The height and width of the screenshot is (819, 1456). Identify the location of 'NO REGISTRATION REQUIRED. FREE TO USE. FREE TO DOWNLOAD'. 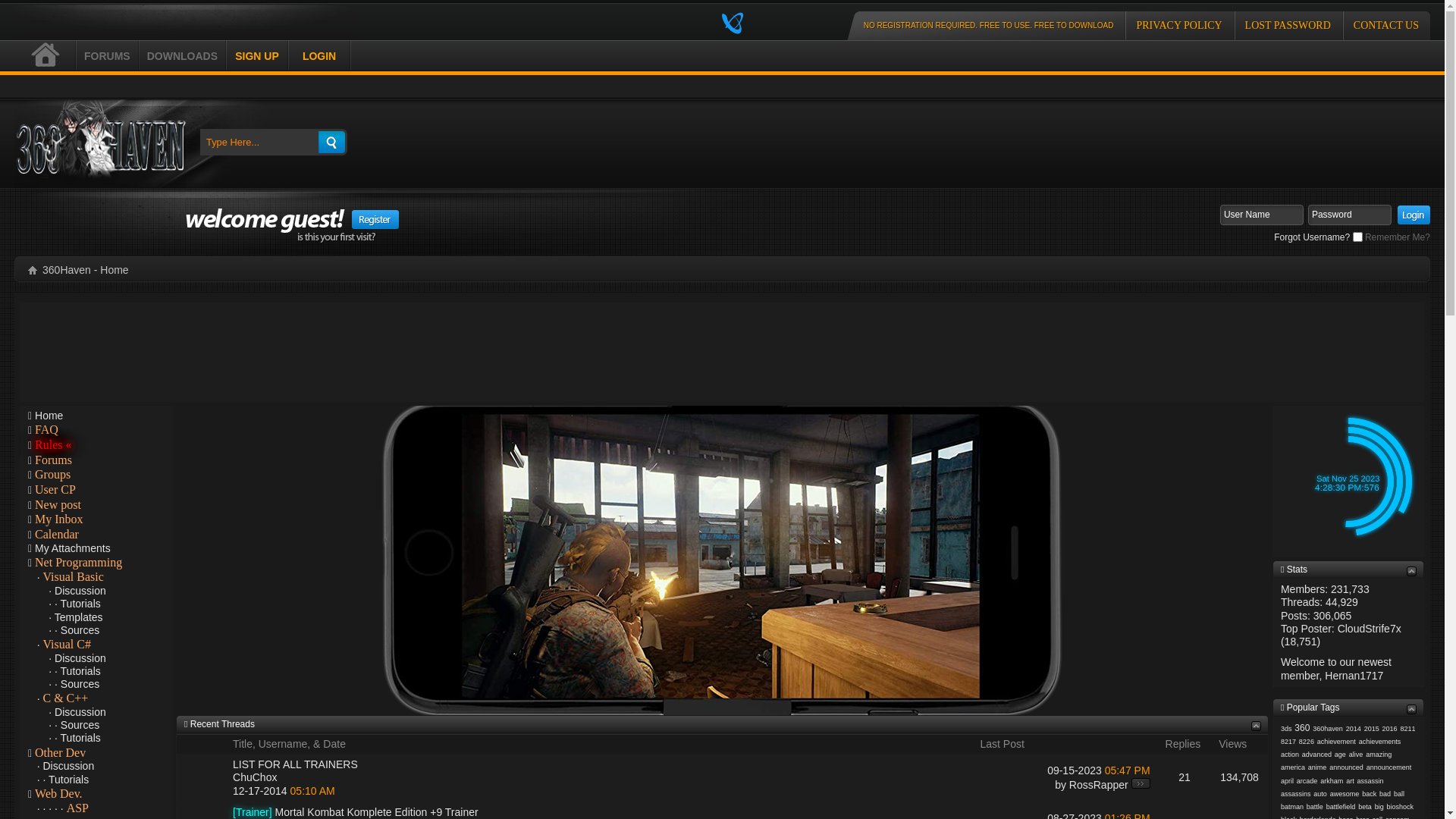
(992, 26).